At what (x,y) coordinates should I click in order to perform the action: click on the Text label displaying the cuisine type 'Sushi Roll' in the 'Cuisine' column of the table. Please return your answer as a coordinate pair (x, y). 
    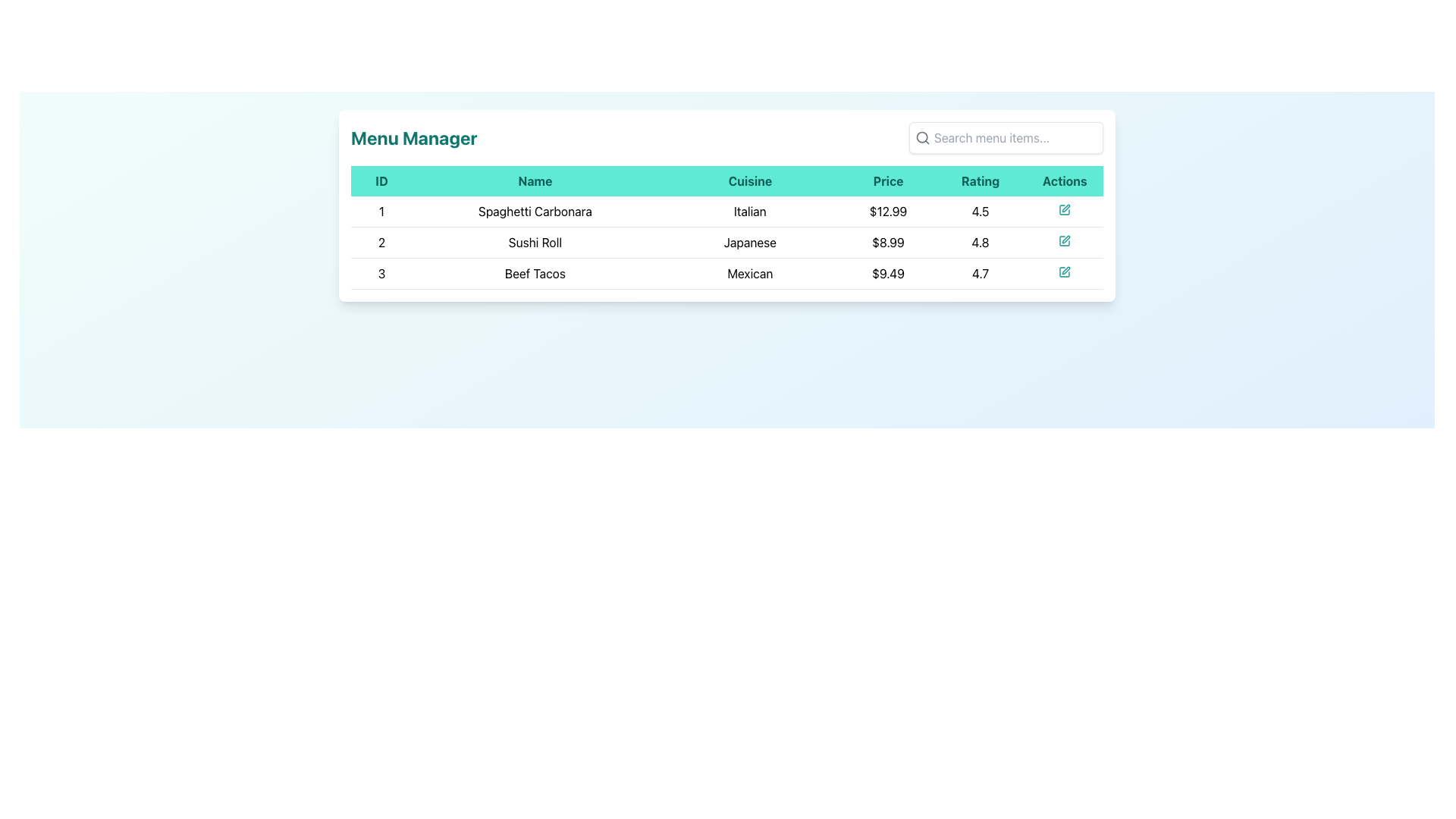
    Looking at the image, I should click on (750, 242).